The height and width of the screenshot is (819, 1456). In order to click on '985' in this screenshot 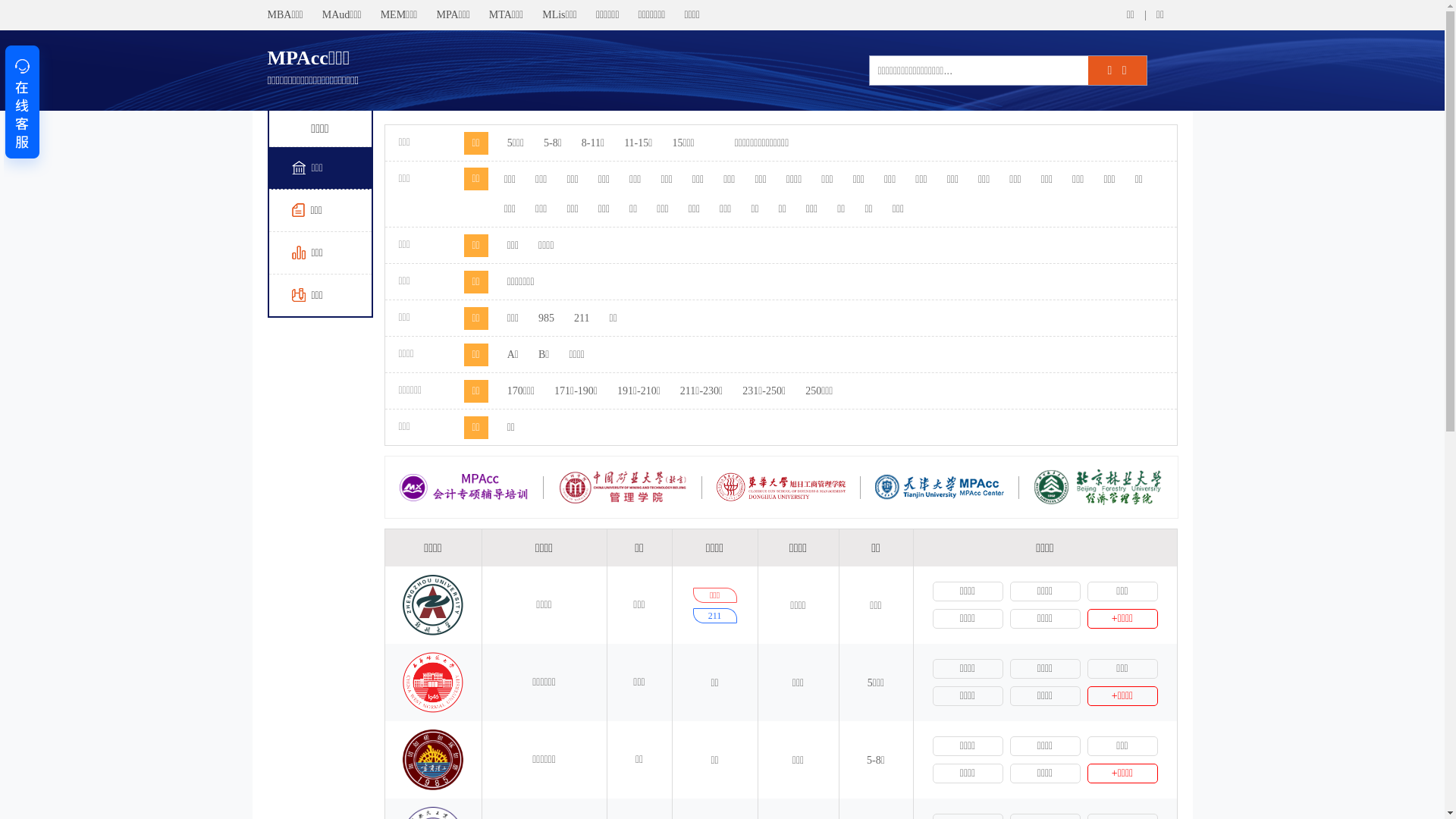, I will do `click(546, 318)`.